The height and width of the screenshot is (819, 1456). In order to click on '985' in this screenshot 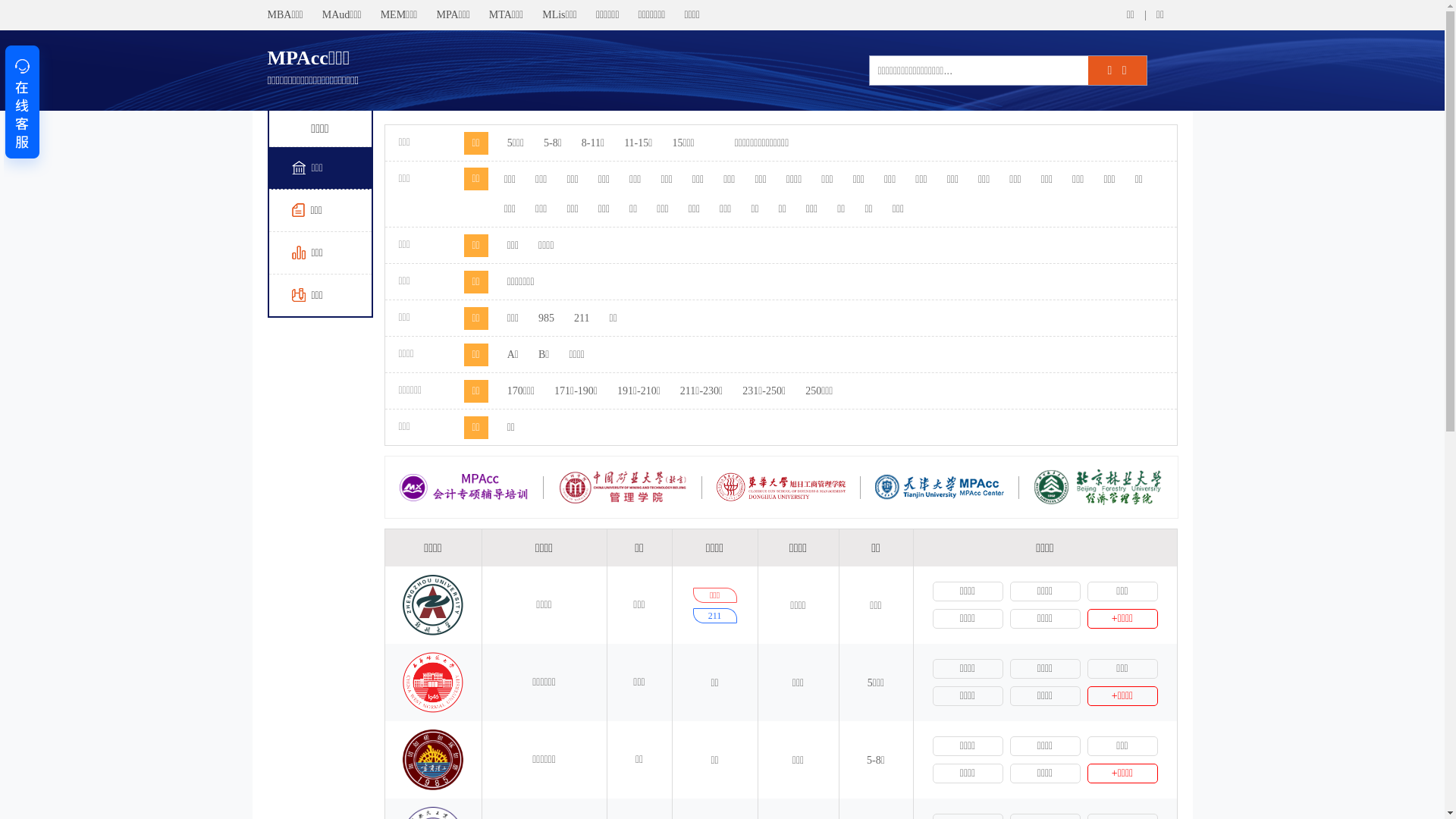, I will do `click(546, 318)`.